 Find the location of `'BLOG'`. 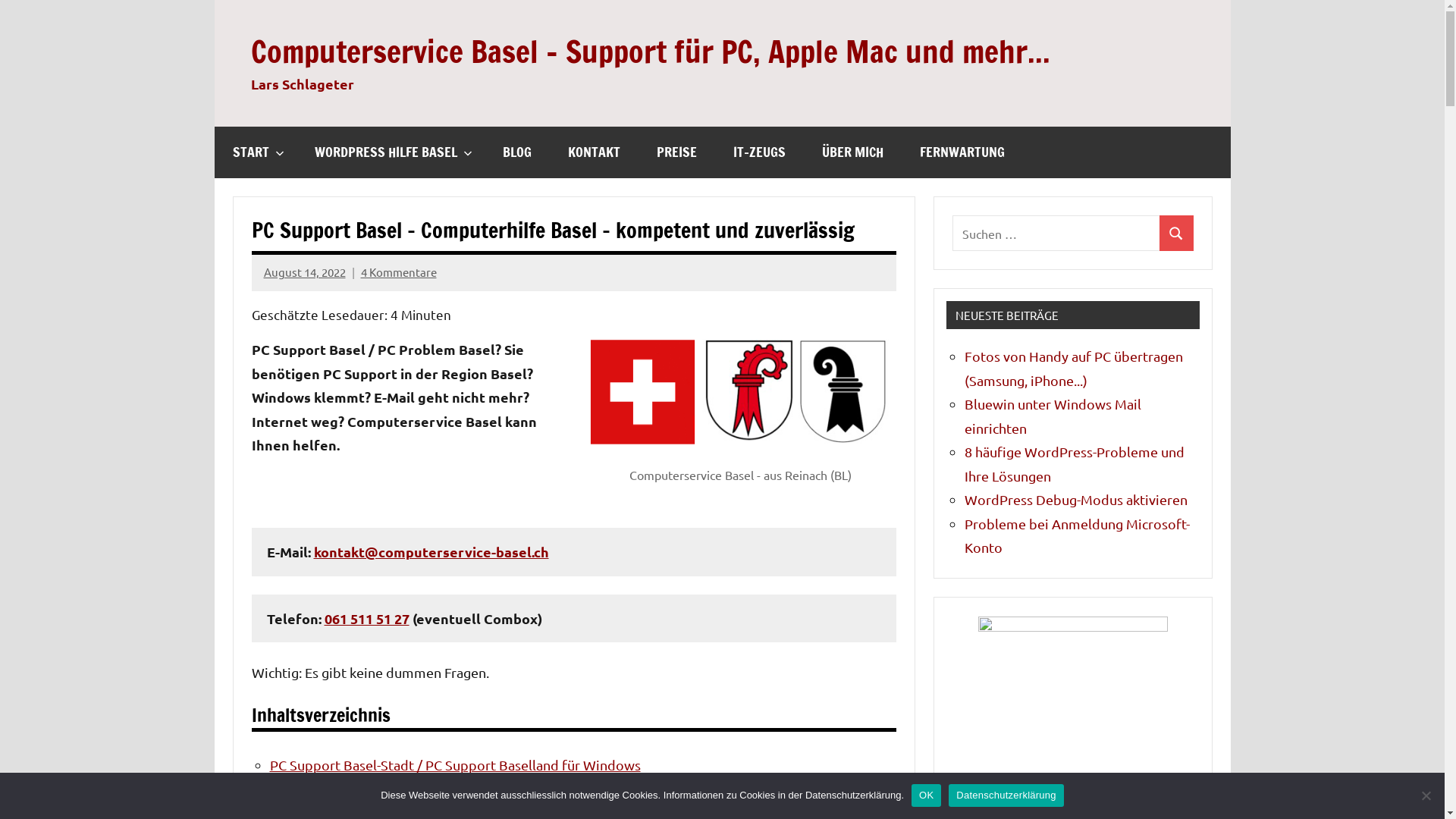

'BLOG' is located at coordinates (516, 152).